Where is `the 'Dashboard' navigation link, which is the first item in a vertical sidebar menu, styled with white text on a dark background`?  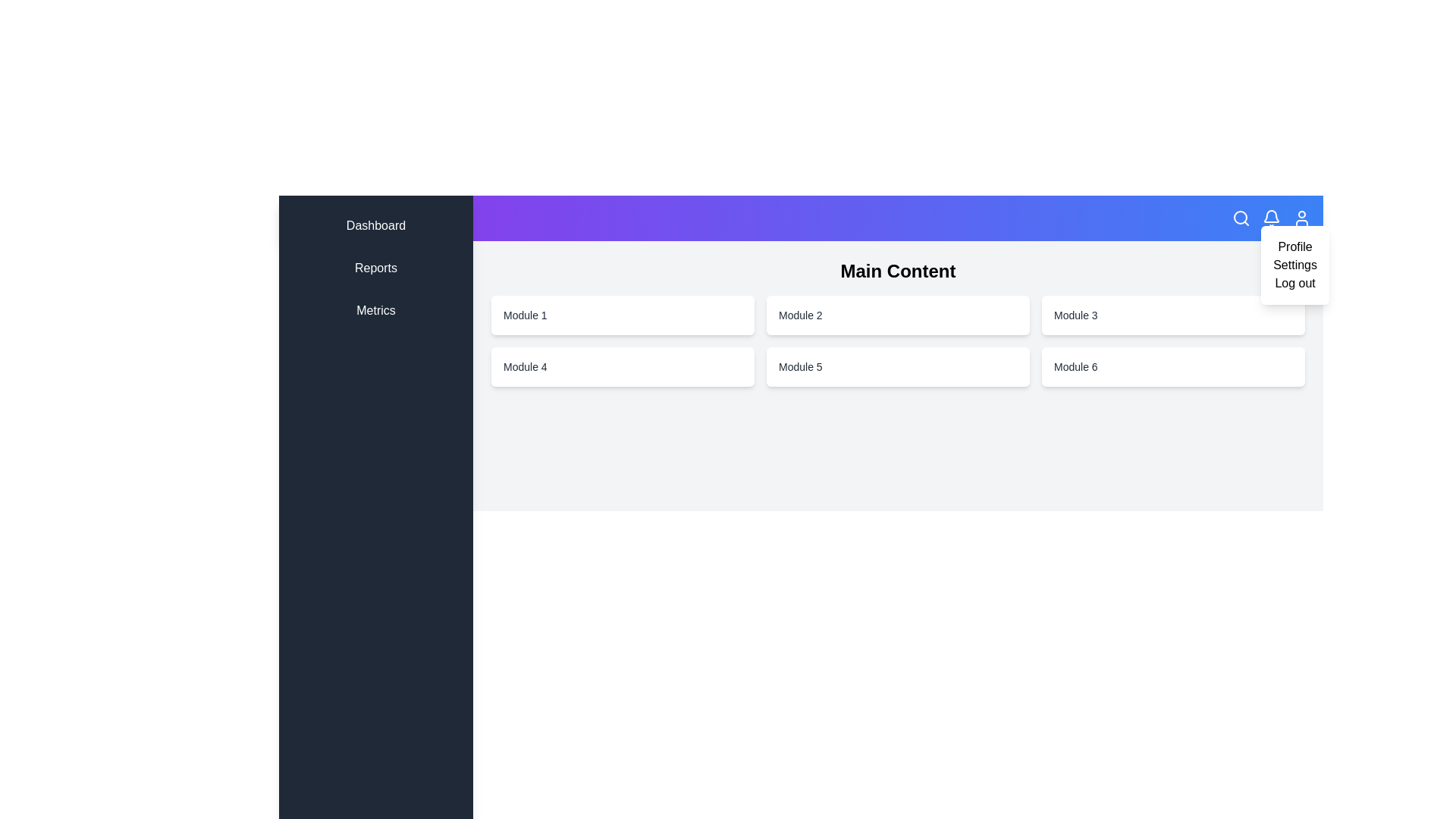 the 'Dashboard' navigation link, which is the first item in a vertical sidebar menu, styled with white text on a dark background is located at coordinates (375, 225).